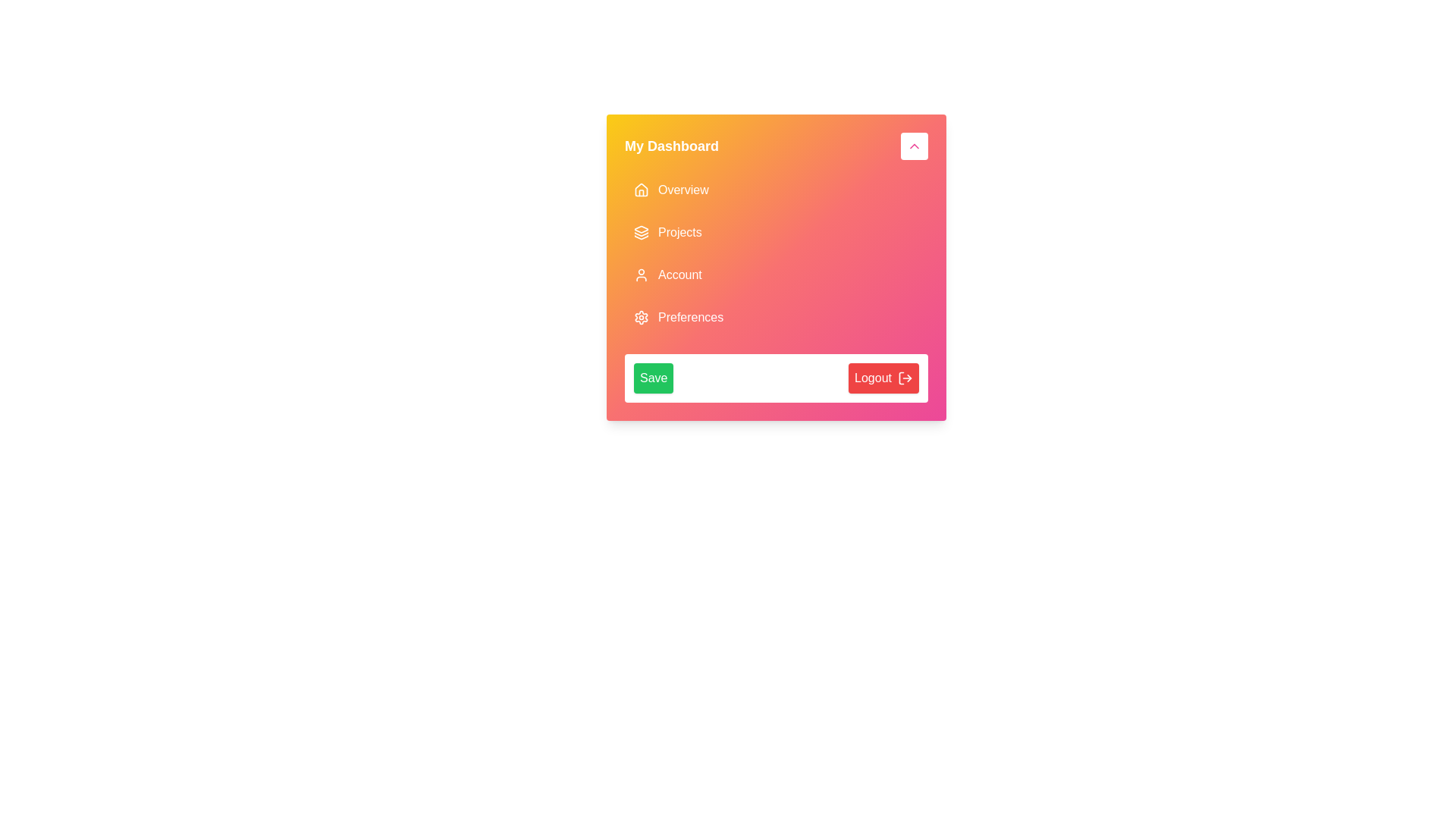  I want to click on the chevron icon located at the upper right corner of the interface, within a square button with a white background and rounded edges, so click(913, 146).